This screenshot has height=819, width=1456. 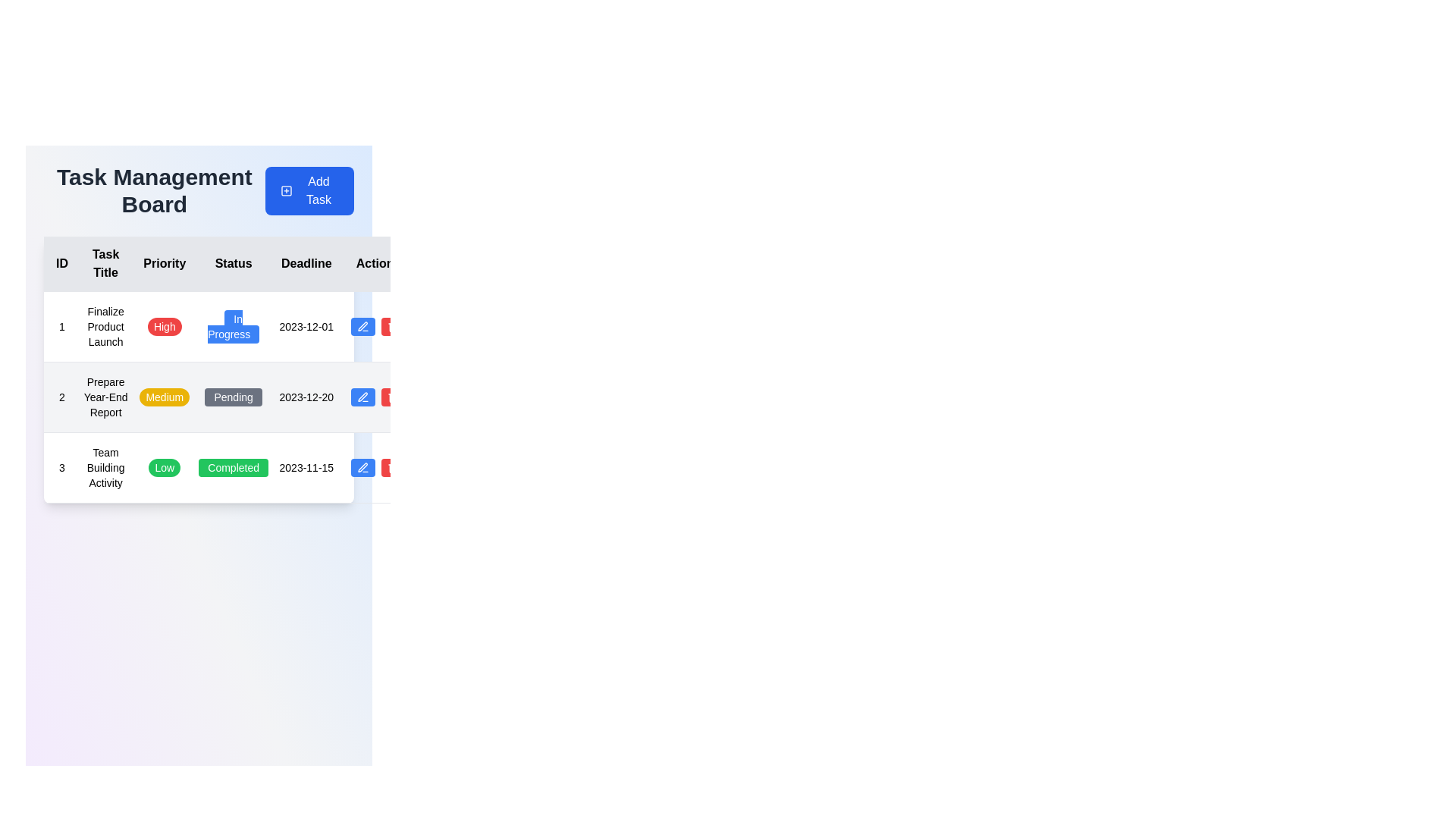 What do you see at coordinates (378, 397) in the screenshot?
I see `the blue pencil icon button in the 'Action' column of the 'Task Management Board' interface for the task 'Prepare Year-End Report'` at bounding box center [378, 397].